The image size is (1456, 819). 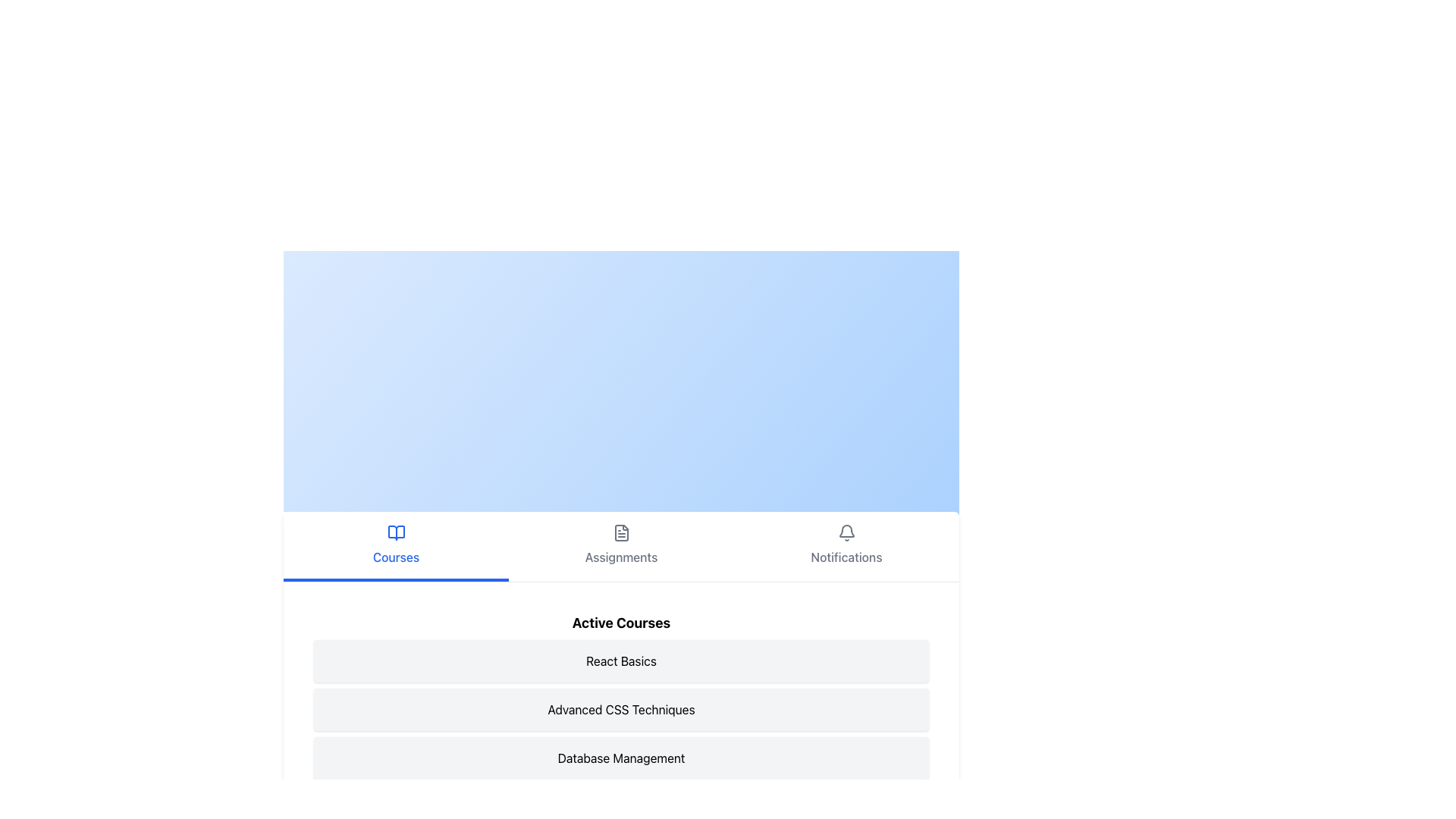 I want to click on the 'Advanced CSS Techniques' course card, which is the second item in the 'Active Courses' section, so click(x=621, y=695).